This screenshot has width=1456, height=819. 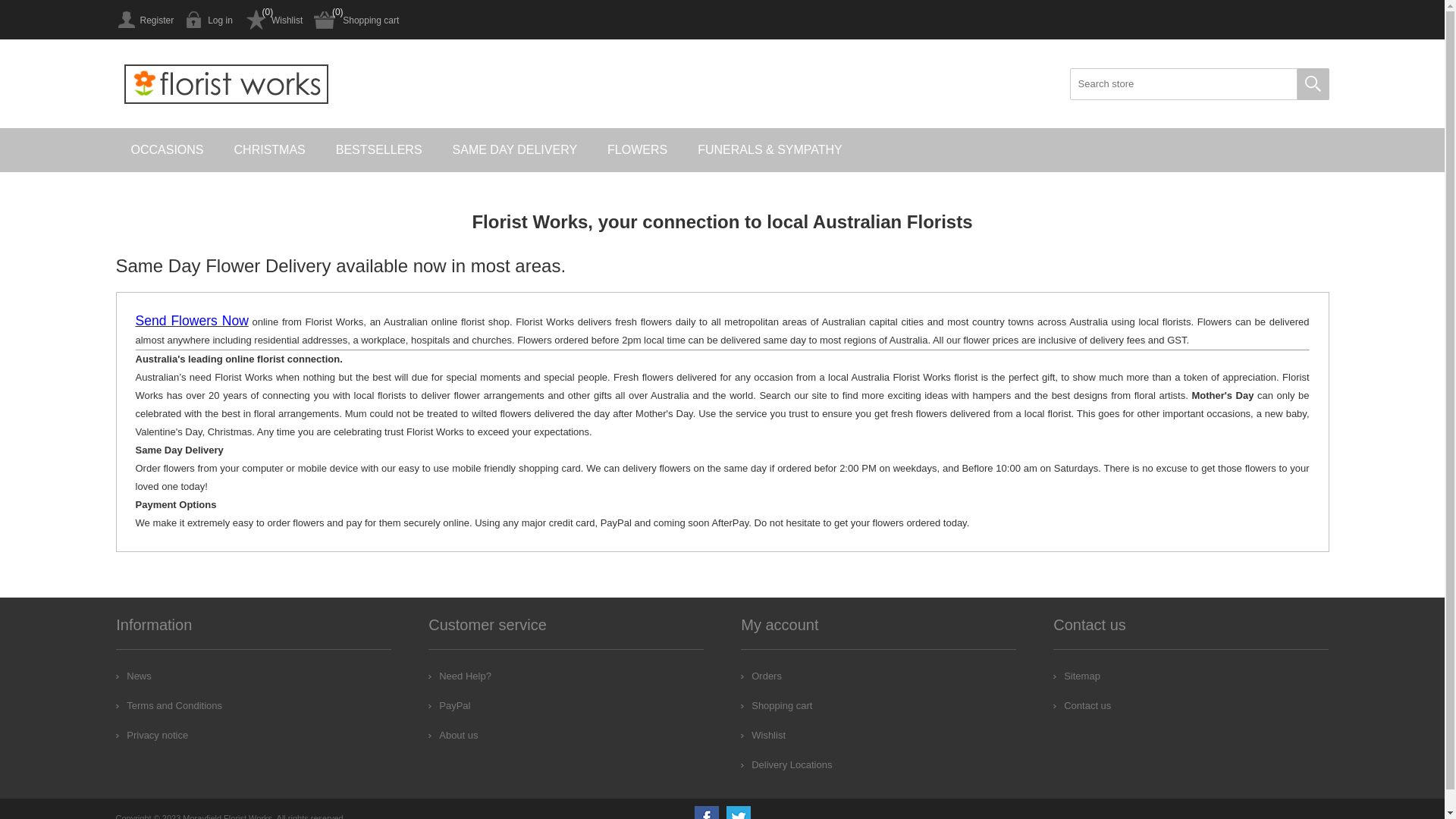 What do you see at coordinates (243, 20) in the screenshot?
I see `'Wishlist'` at bounding box center [243, 20].